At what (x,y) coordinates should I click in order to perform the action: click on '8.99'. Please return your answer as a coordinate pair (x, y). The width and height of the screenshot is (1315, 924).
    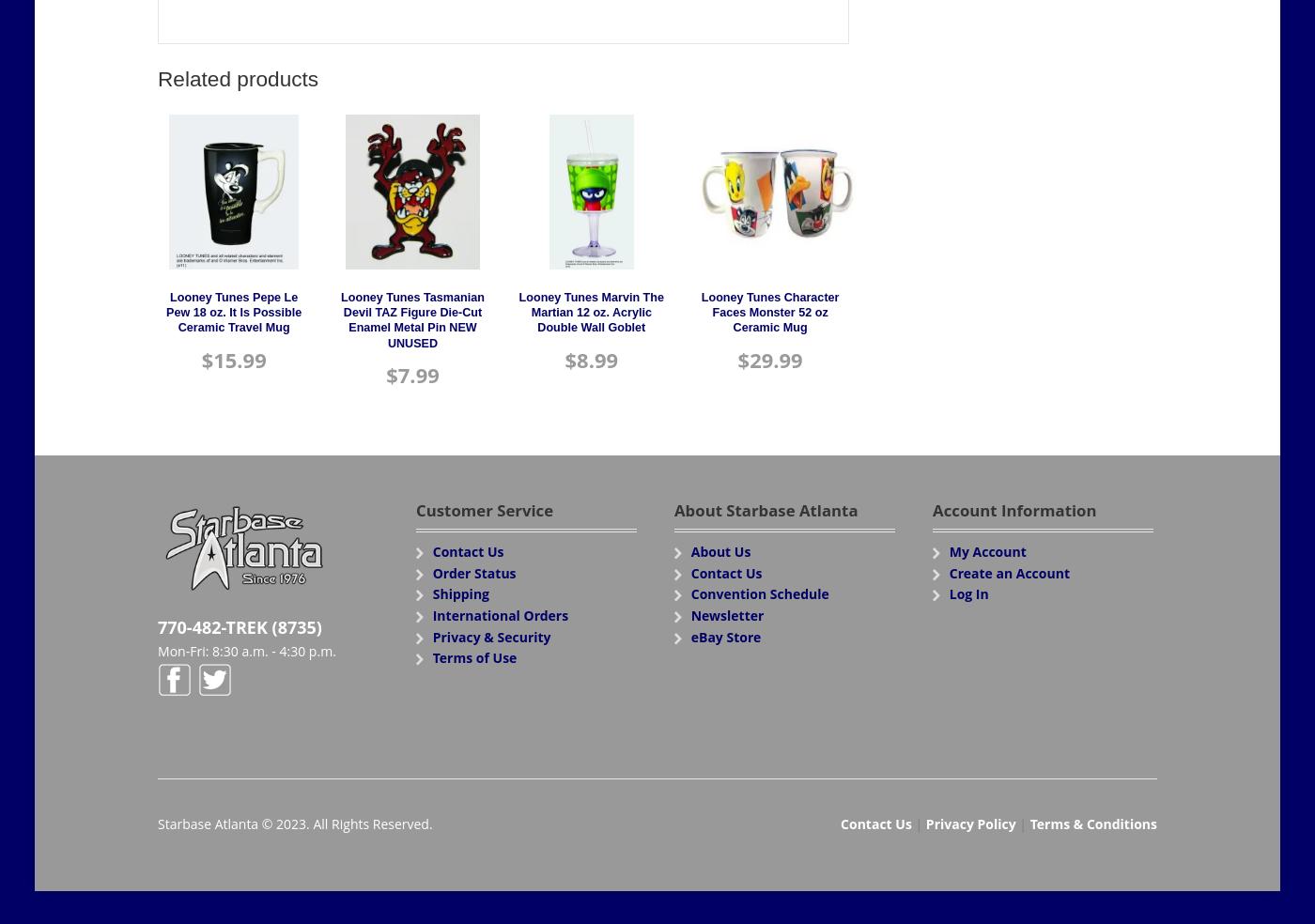
    Looking at the image, I should click on (597, 358).